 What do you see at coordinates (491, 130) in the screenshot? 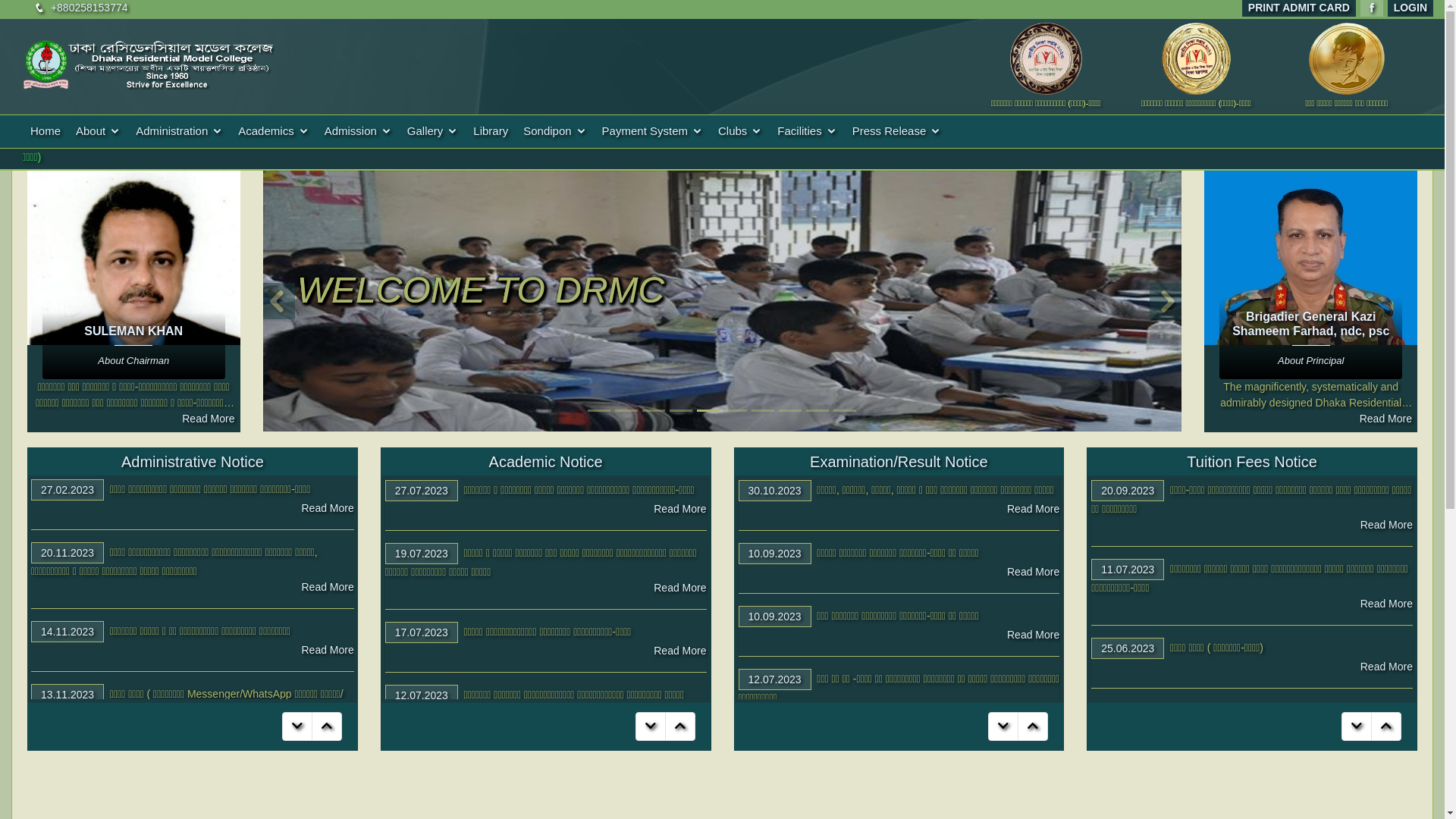
I see `'Library'` at bounding box center [491, 130].